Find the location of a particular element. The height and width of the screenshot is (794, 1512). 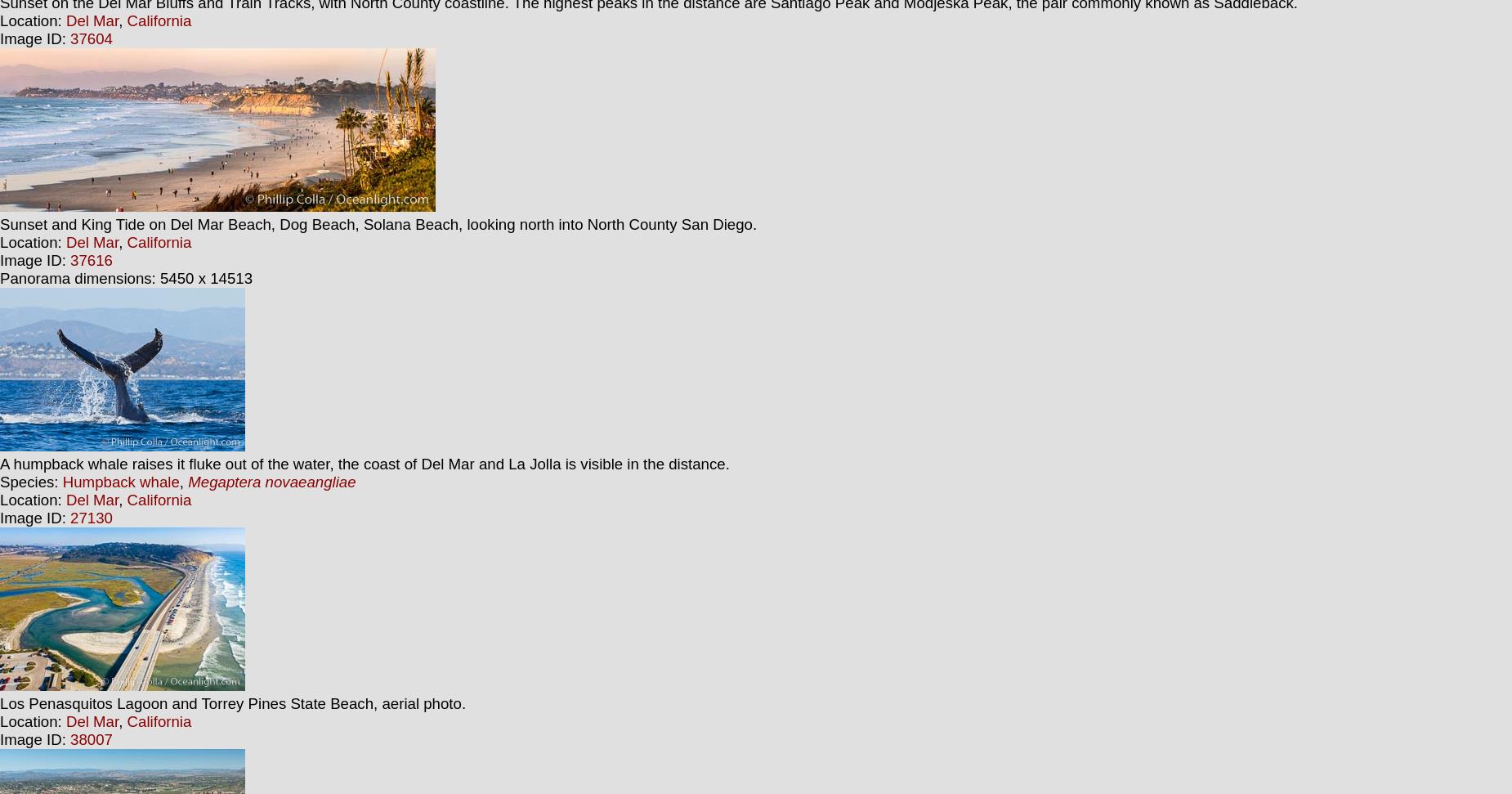

'A humpback whale raises it fluke out of the water, the coast of Del Mar and La Jolla is visible in the distance.' is located at coordinates (364, 464).